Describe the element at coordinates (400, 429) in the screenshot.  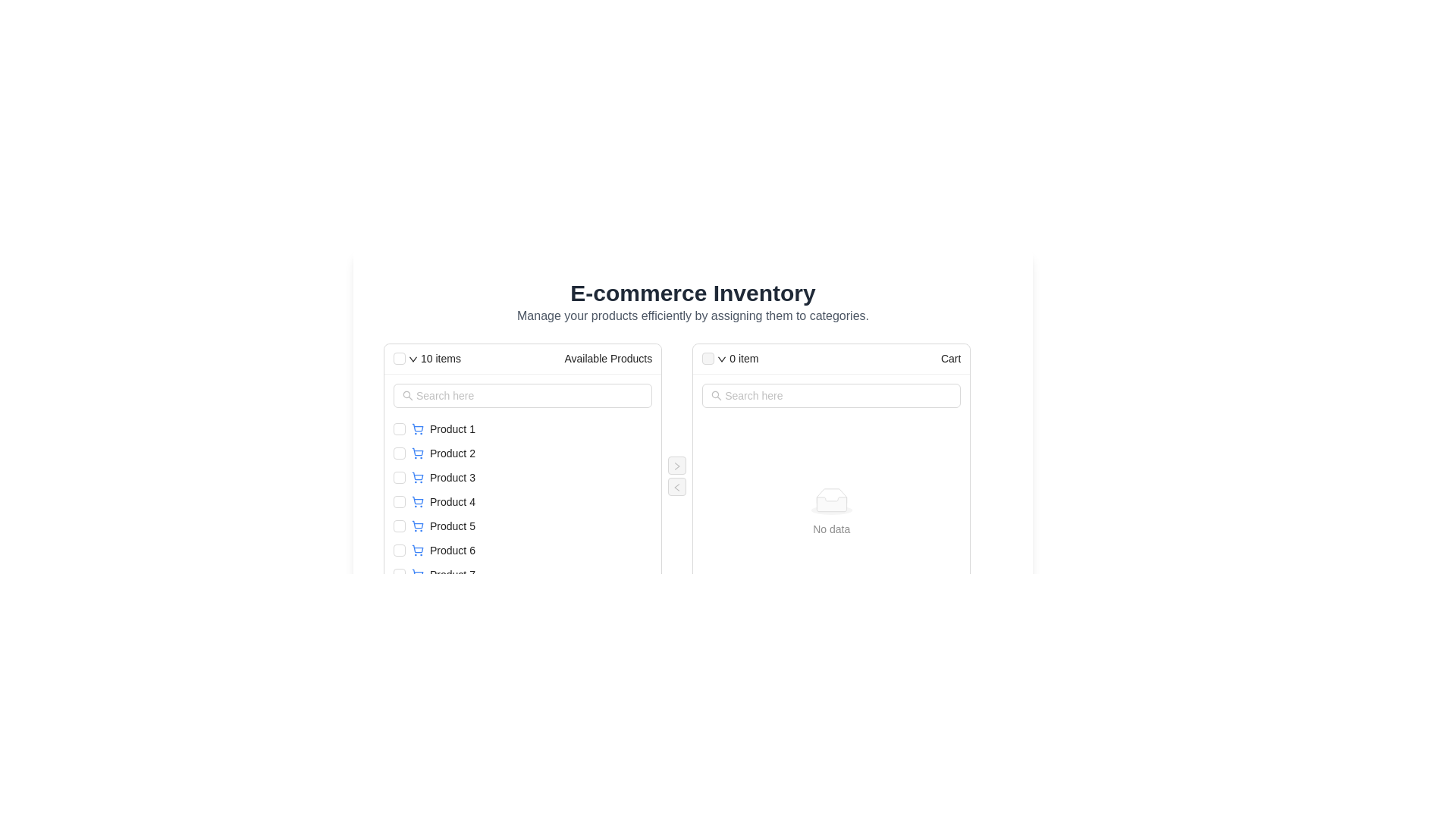
I see `the square checkbox with a light border located to the left of 'Product 1'` at that location.